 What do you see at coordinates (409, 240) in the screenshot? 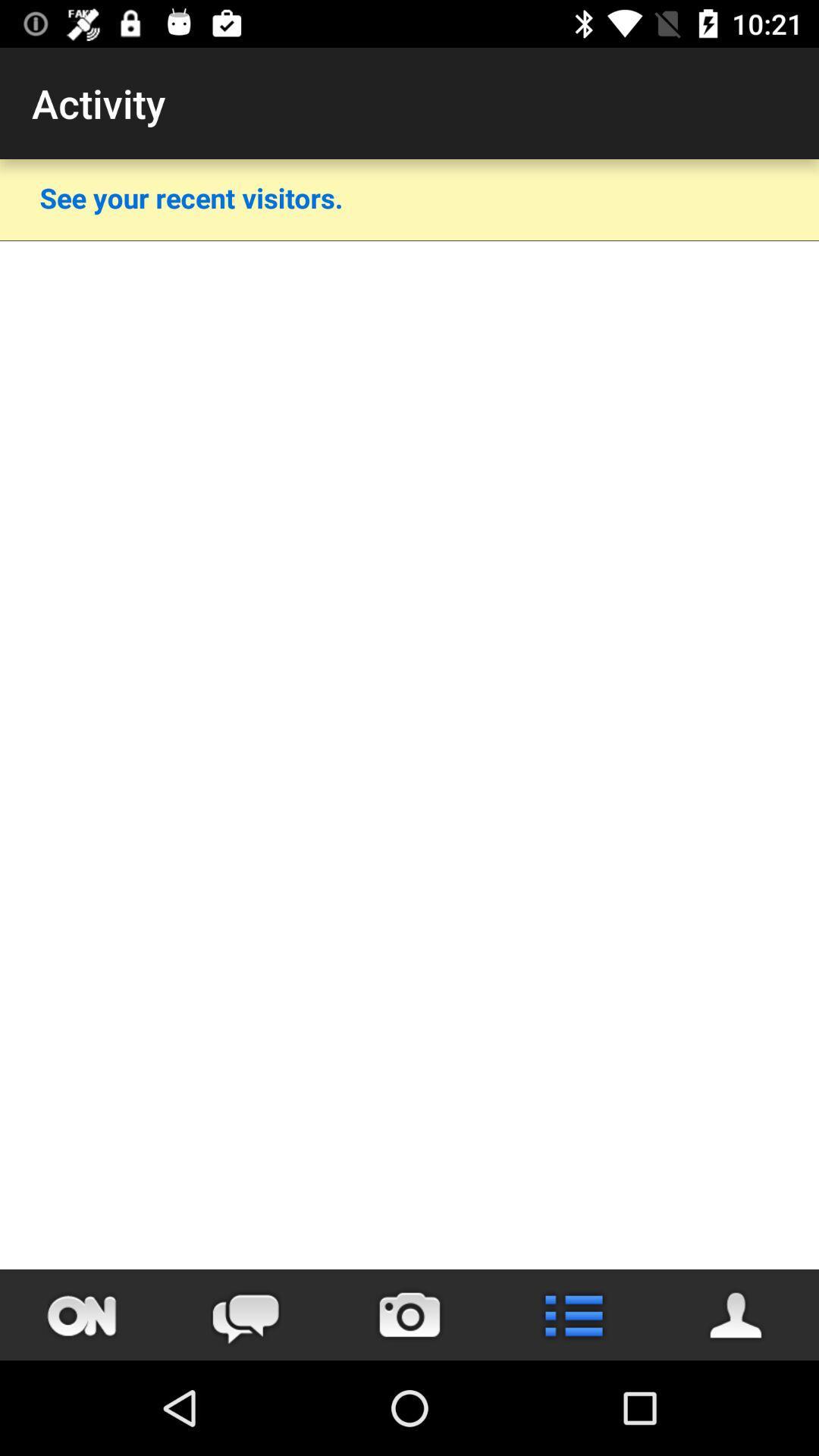
I see `item below the see your recent item` at bounding box center [409, 240].